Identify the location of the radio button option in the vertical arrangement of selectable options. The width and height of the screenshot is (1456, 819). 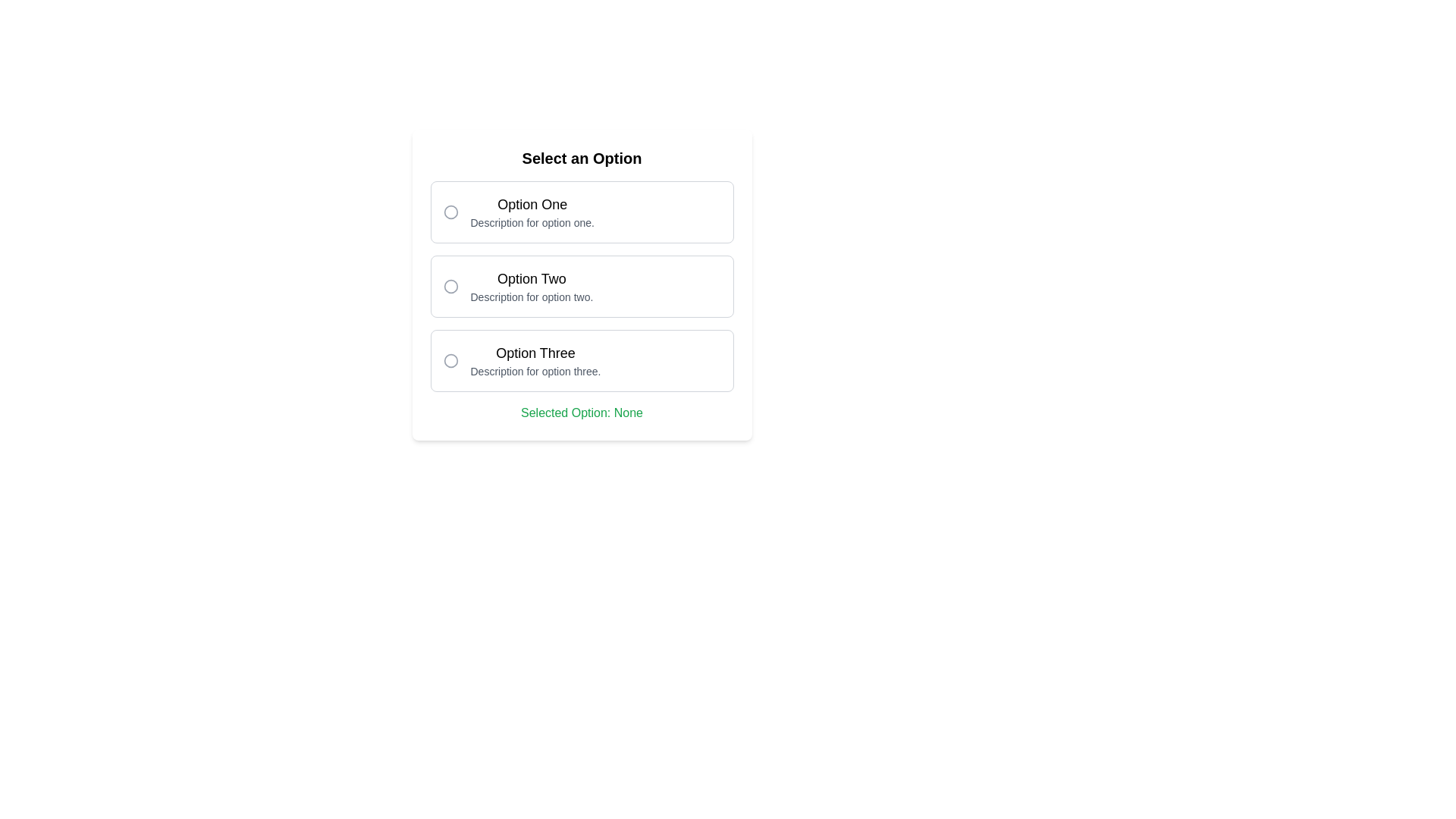
(581, 287).